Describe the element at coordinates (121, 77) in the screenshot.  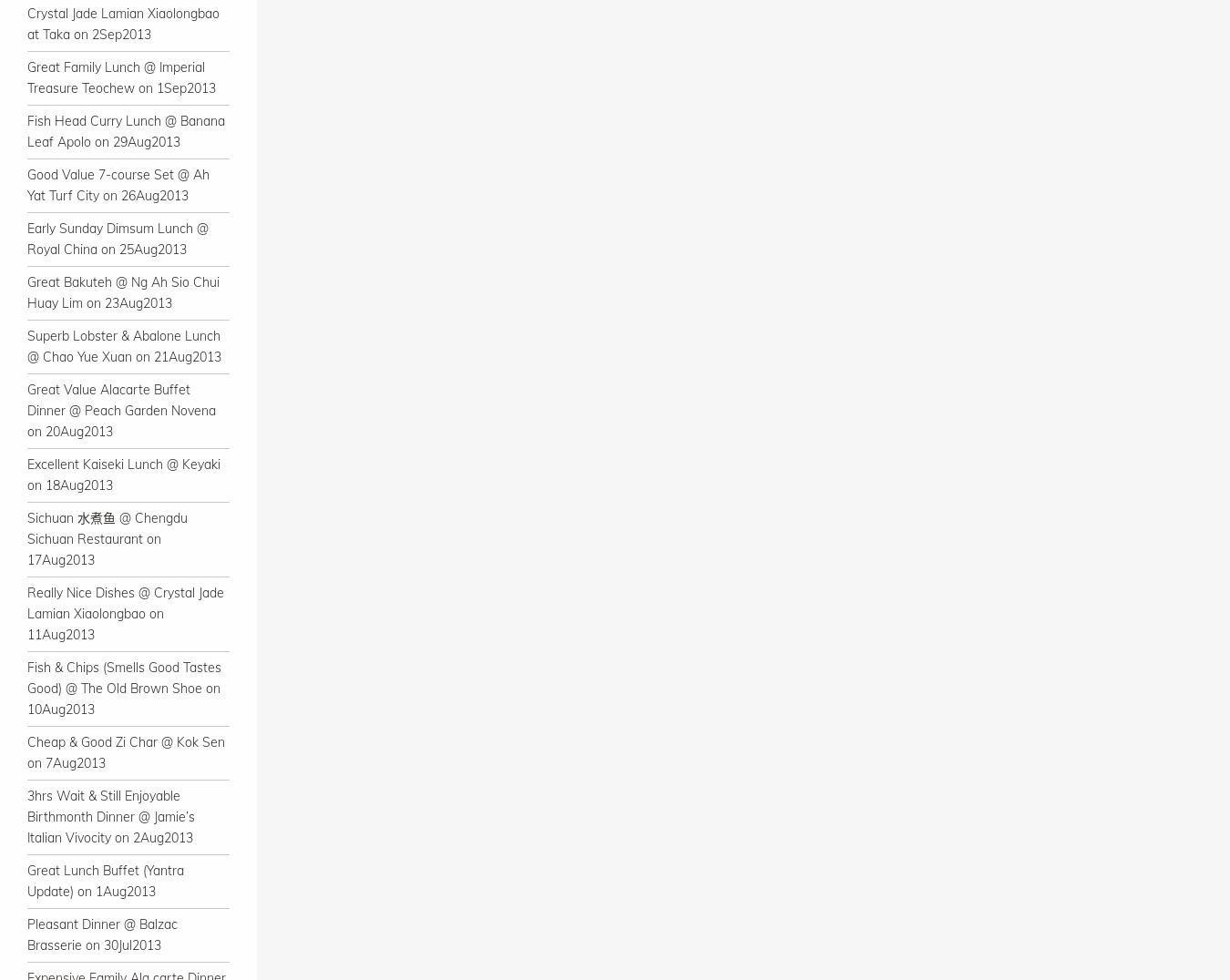
I see `'Great Family Lunch @ Imperial Treasure Teochew on 1Sep2013'` at that location.